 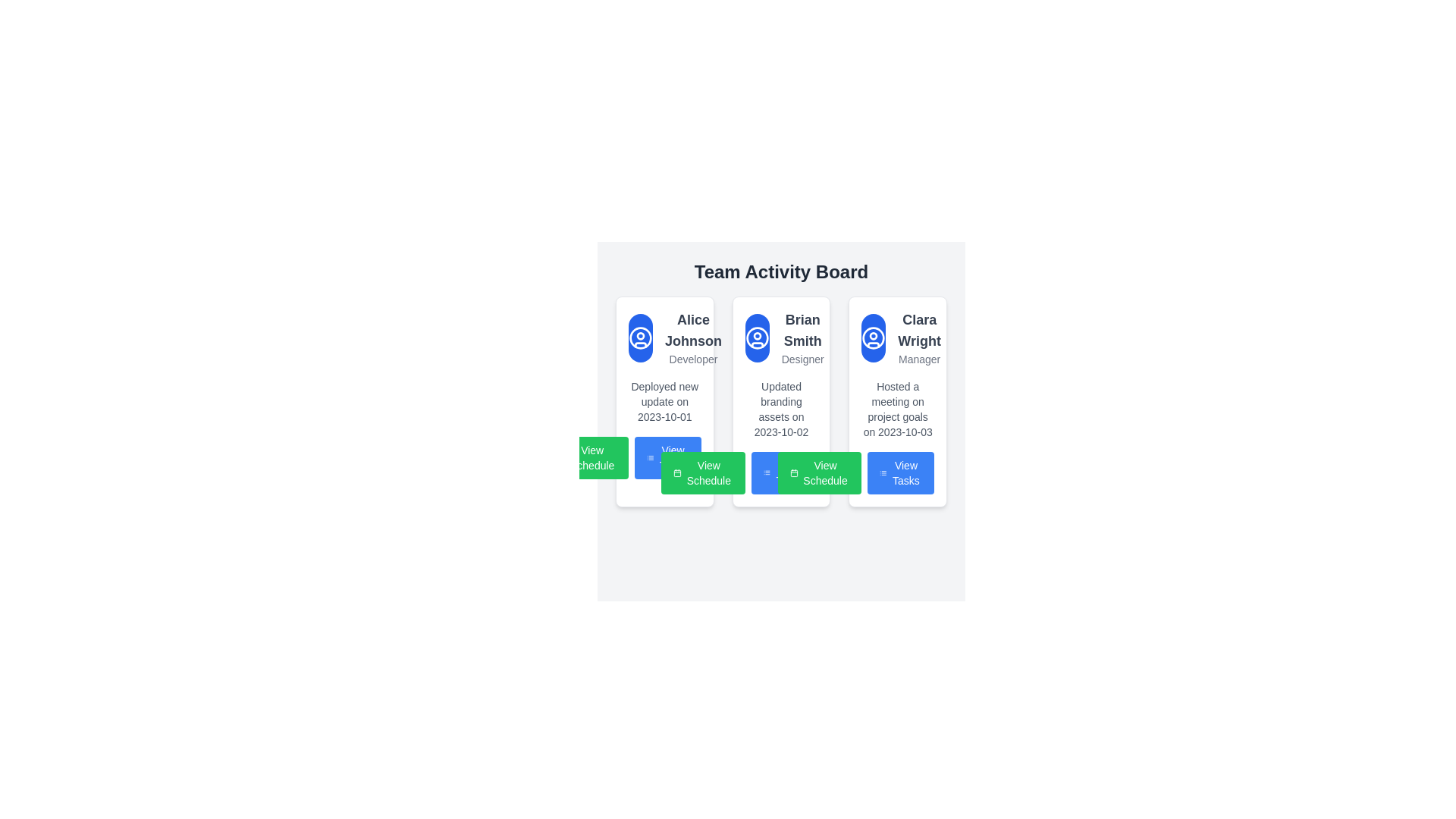 What do you see at coordinates (664, 337) in the screenshot?
I see `the User Profile Display element that features a circular icon with a blue background and the name 'Alice Johnson' in bold font, along with the title 'Developer' below it` at bounding box center [664, 337].